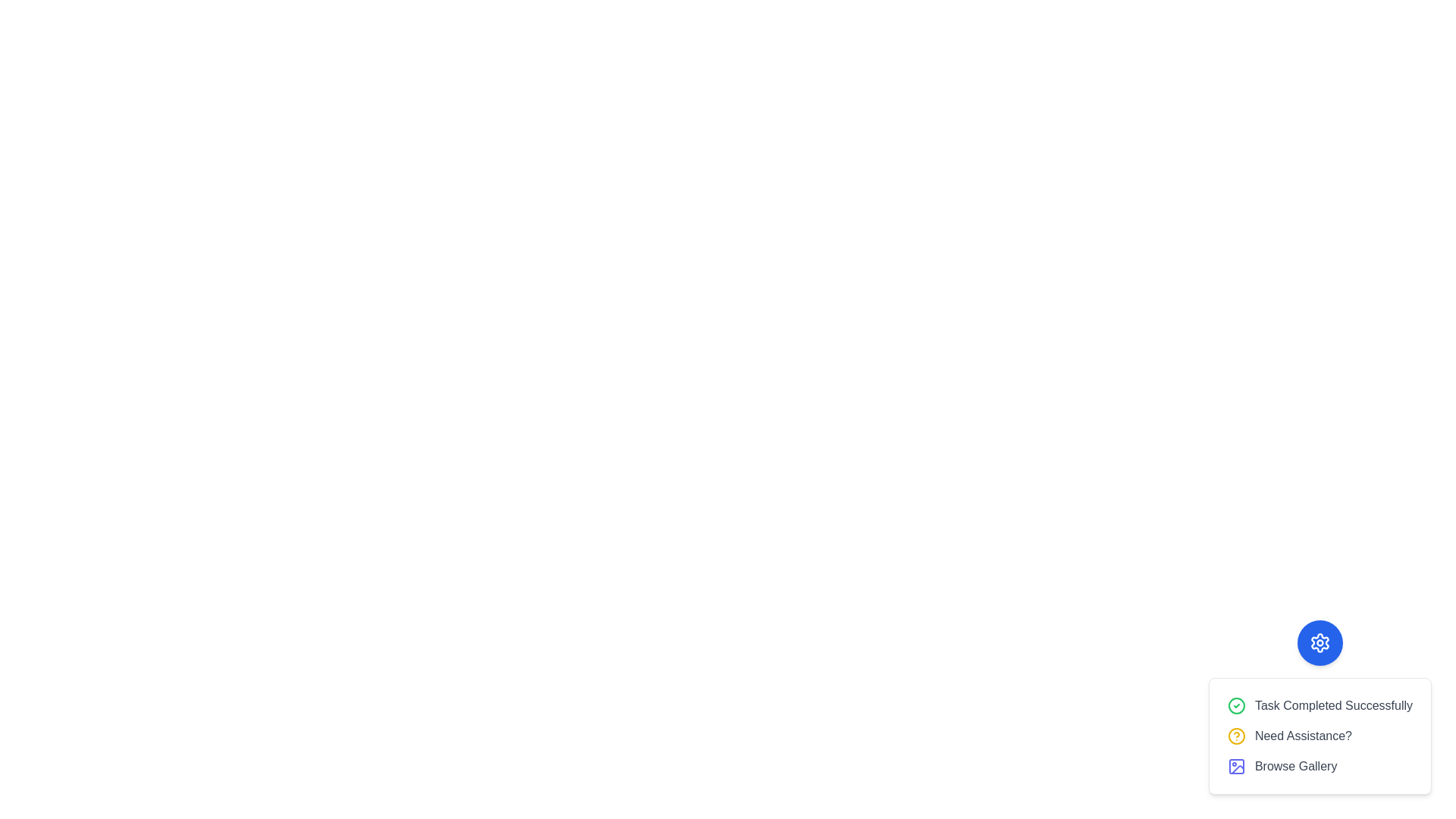  What do you see at coordinates (1332, 705) in the screenshot?
I see `the text label that displays 'Task Completed Successfully', located at the bottom right corner of the interface, indicating a completed status` at bounding box center [1332, 705].